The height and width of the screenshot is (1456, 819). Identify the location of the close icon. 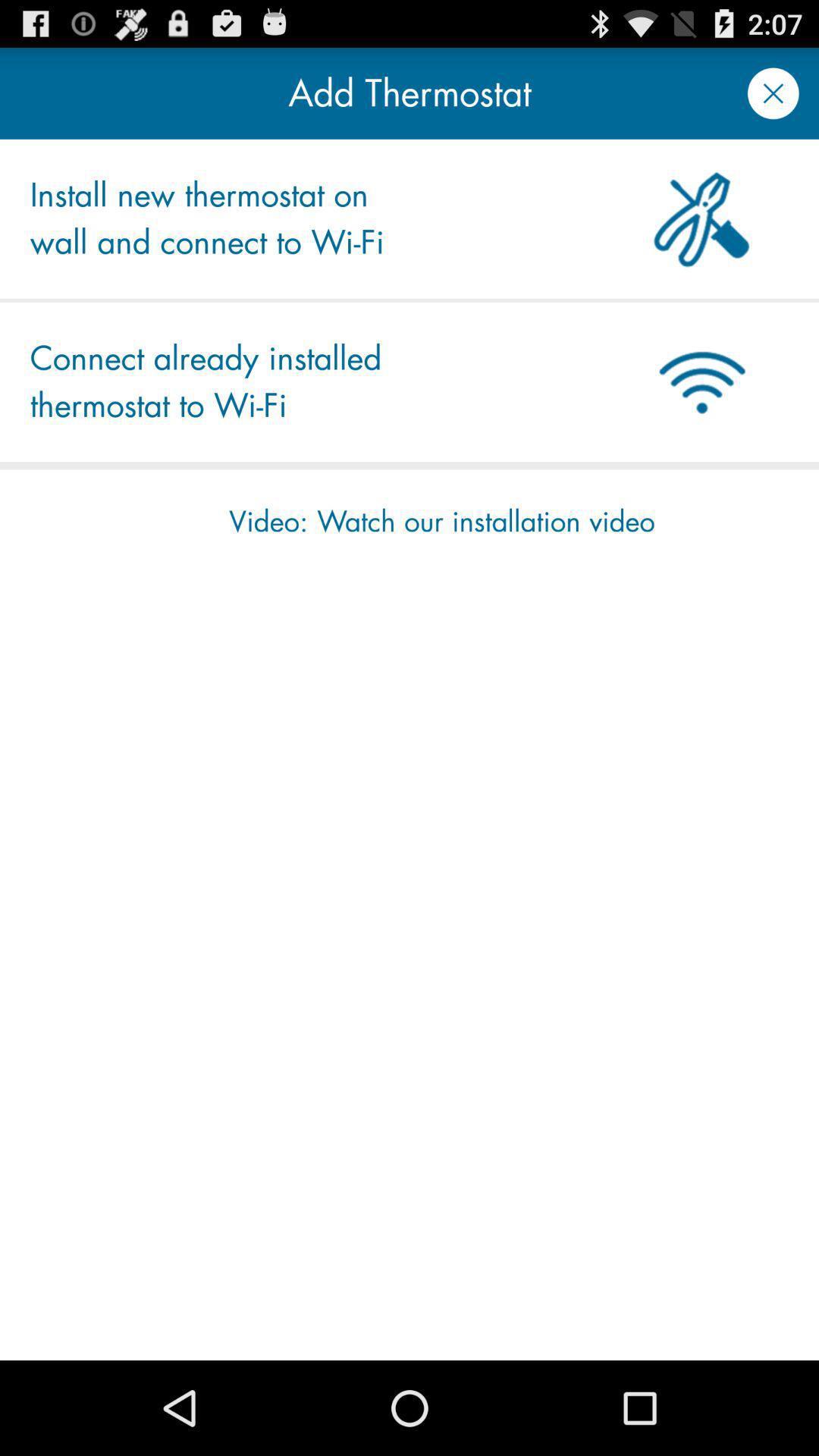
(773, 99).